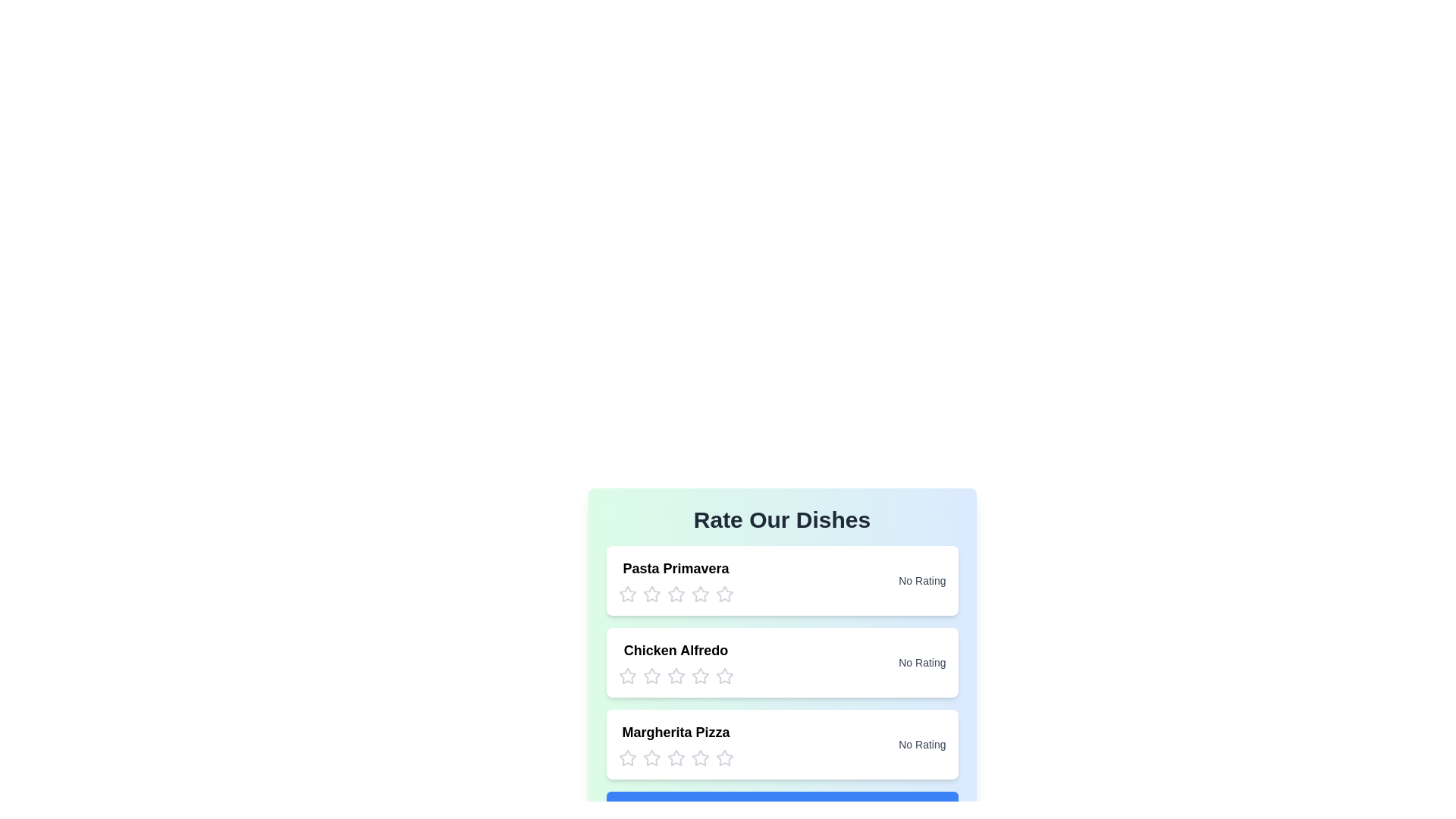 The image size is (1456, 819). I want to click on the 'Submit Ratings' button to submit the ratings, so click(782, 810).